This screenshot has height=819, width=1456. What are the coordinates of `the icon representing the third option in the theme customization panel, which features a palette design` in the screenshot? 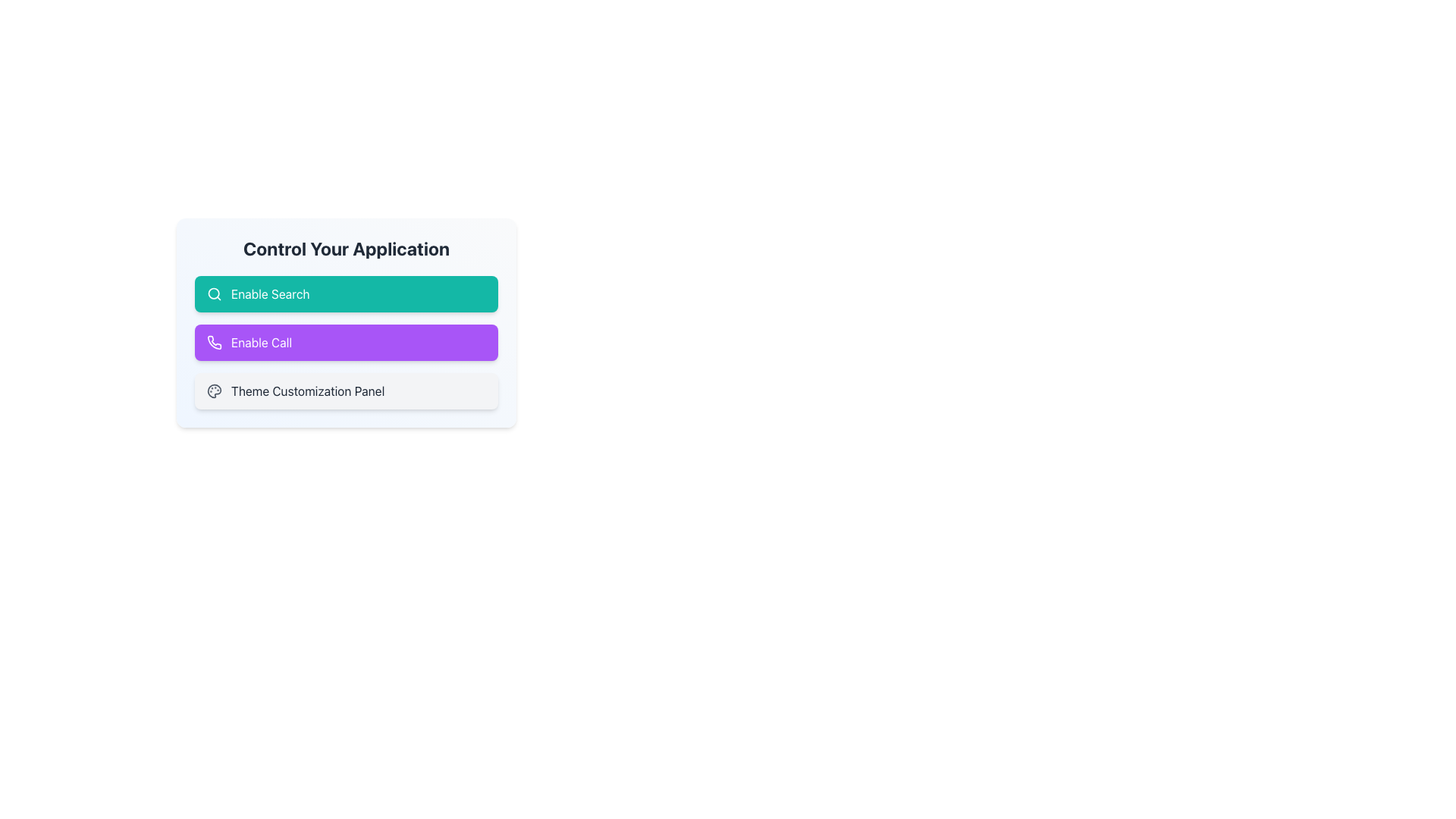 It's located at (214, 391).